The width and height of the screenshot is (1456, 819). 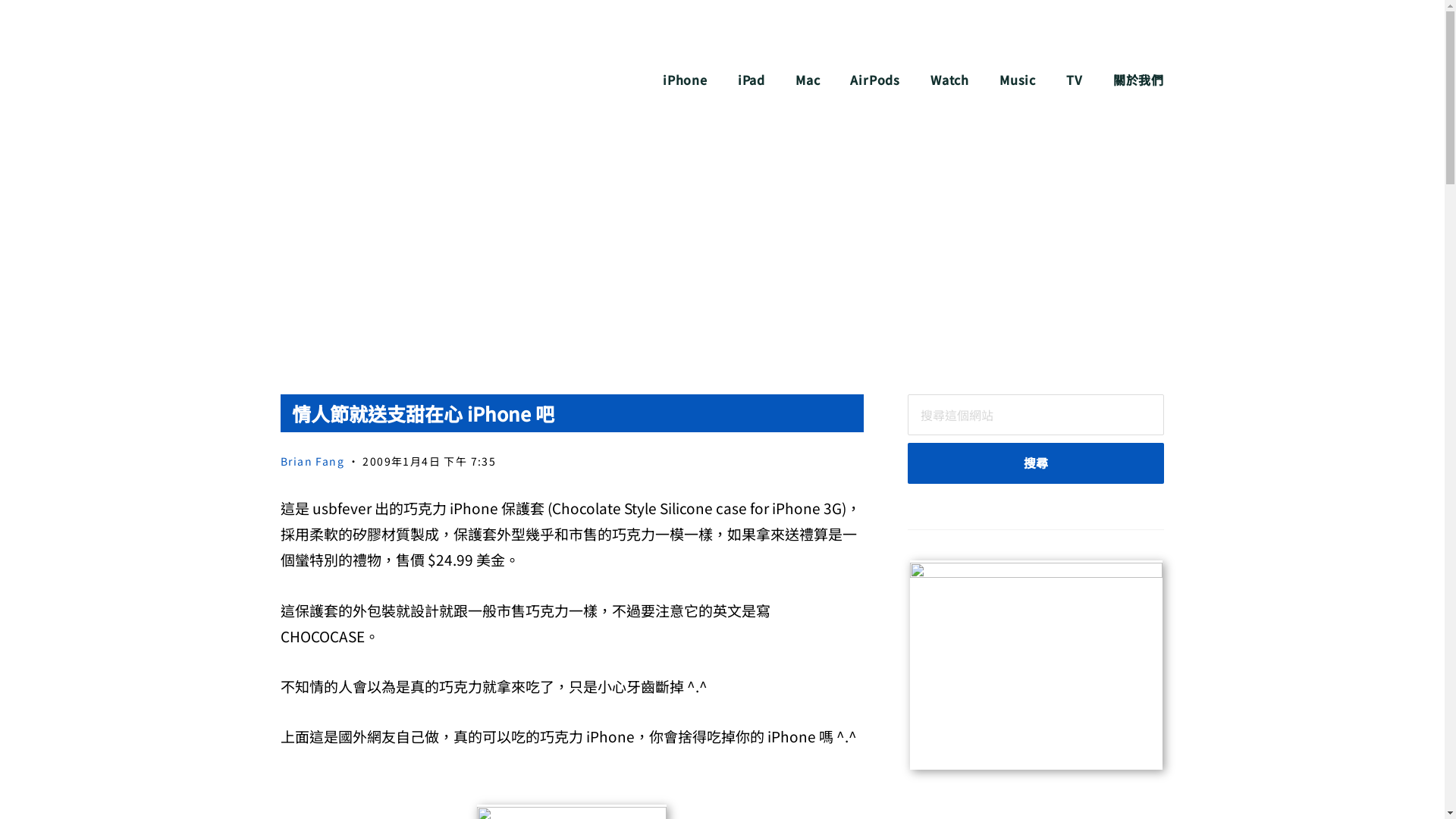 What do you see at coordinates (874, 80) in the screenshot?
I see `'AirPods'` at bounding box center [874, 80].